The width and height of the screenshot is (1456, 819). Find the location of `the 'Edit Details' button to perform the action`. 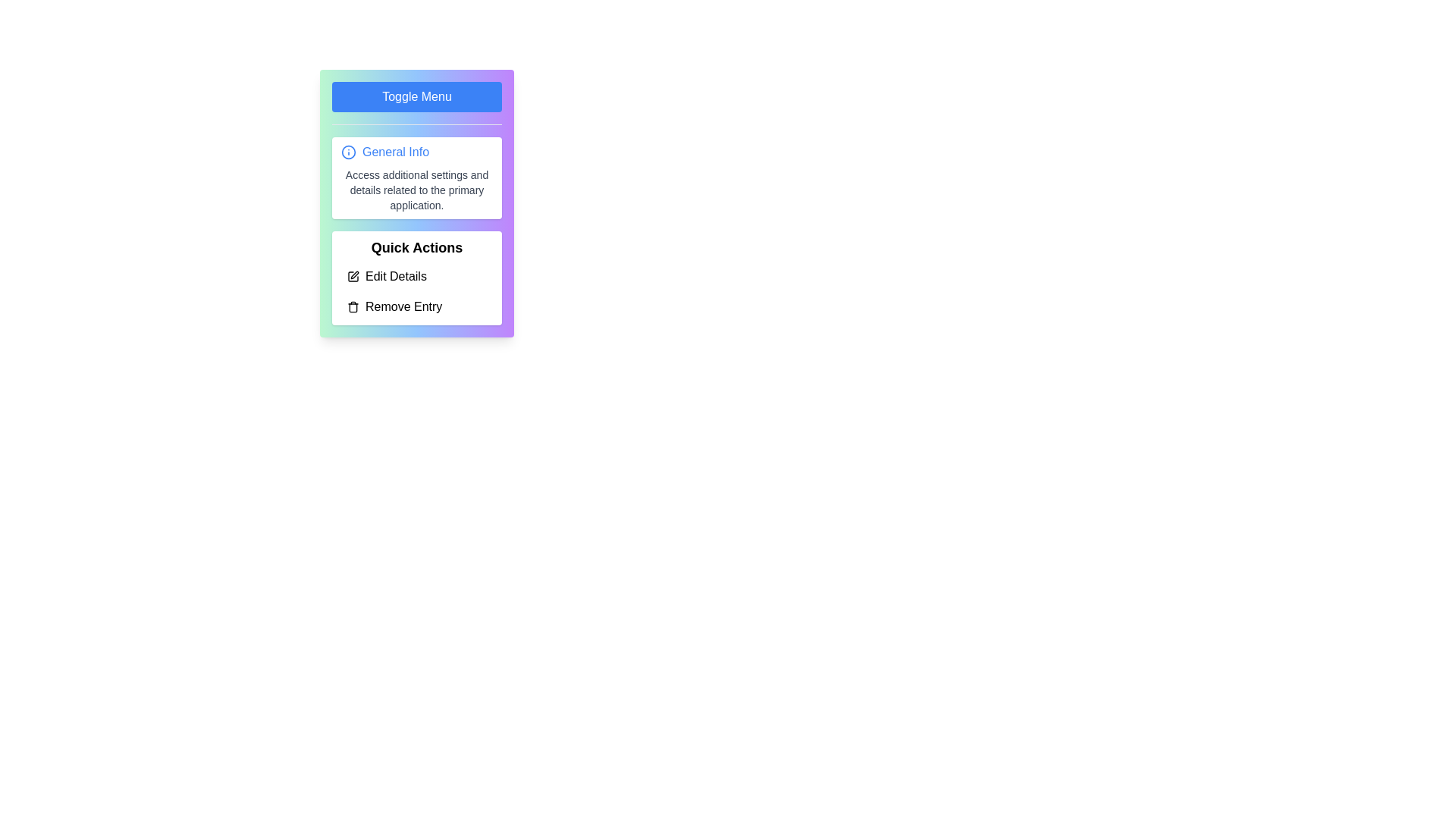

the 'Edit Details' button to perform the action is located at coordinates (417, 277).